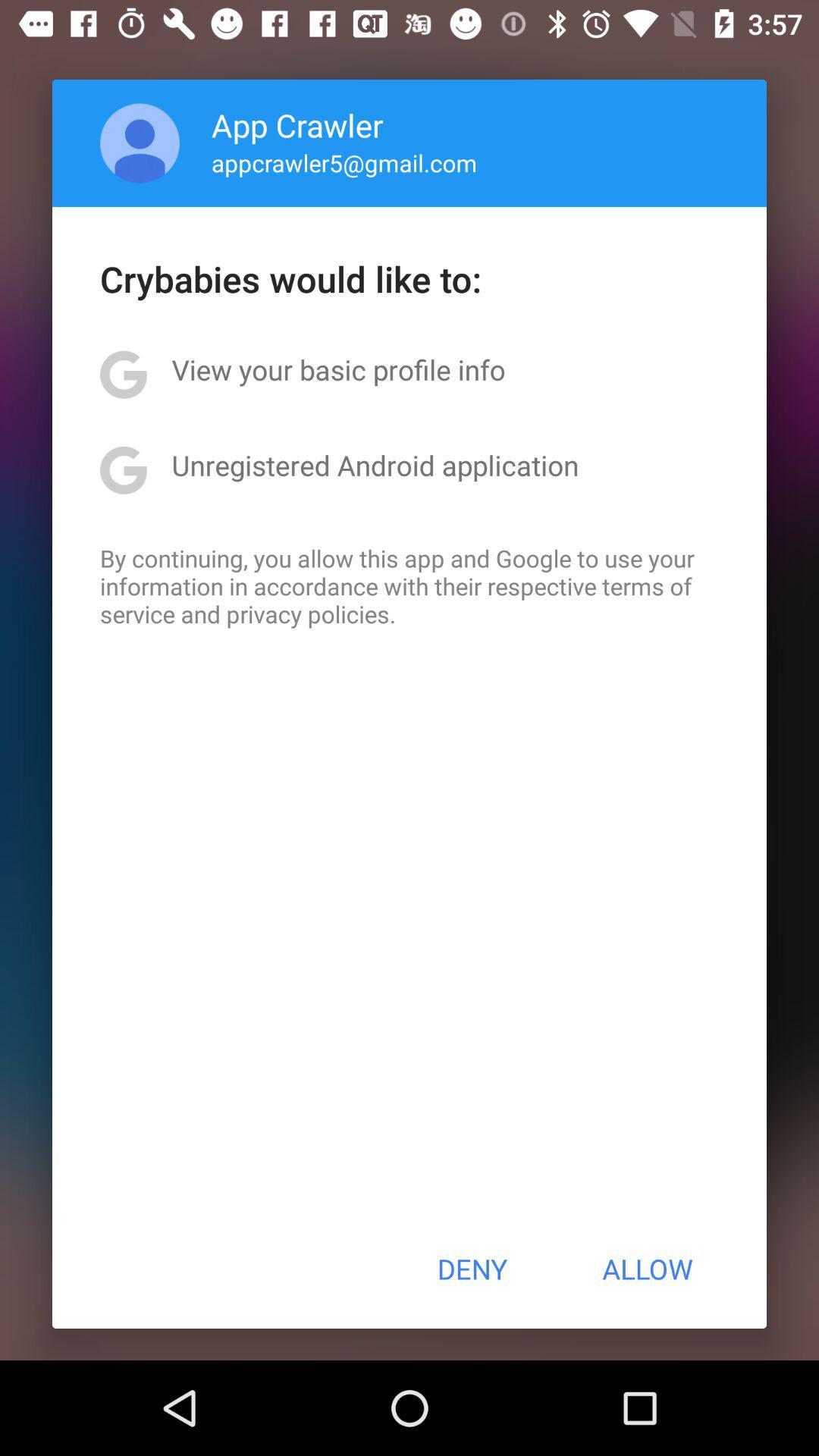  Describe the element at coordinates (140, 143) in the screenshot. I see `item next to the app crawler app` at that location.